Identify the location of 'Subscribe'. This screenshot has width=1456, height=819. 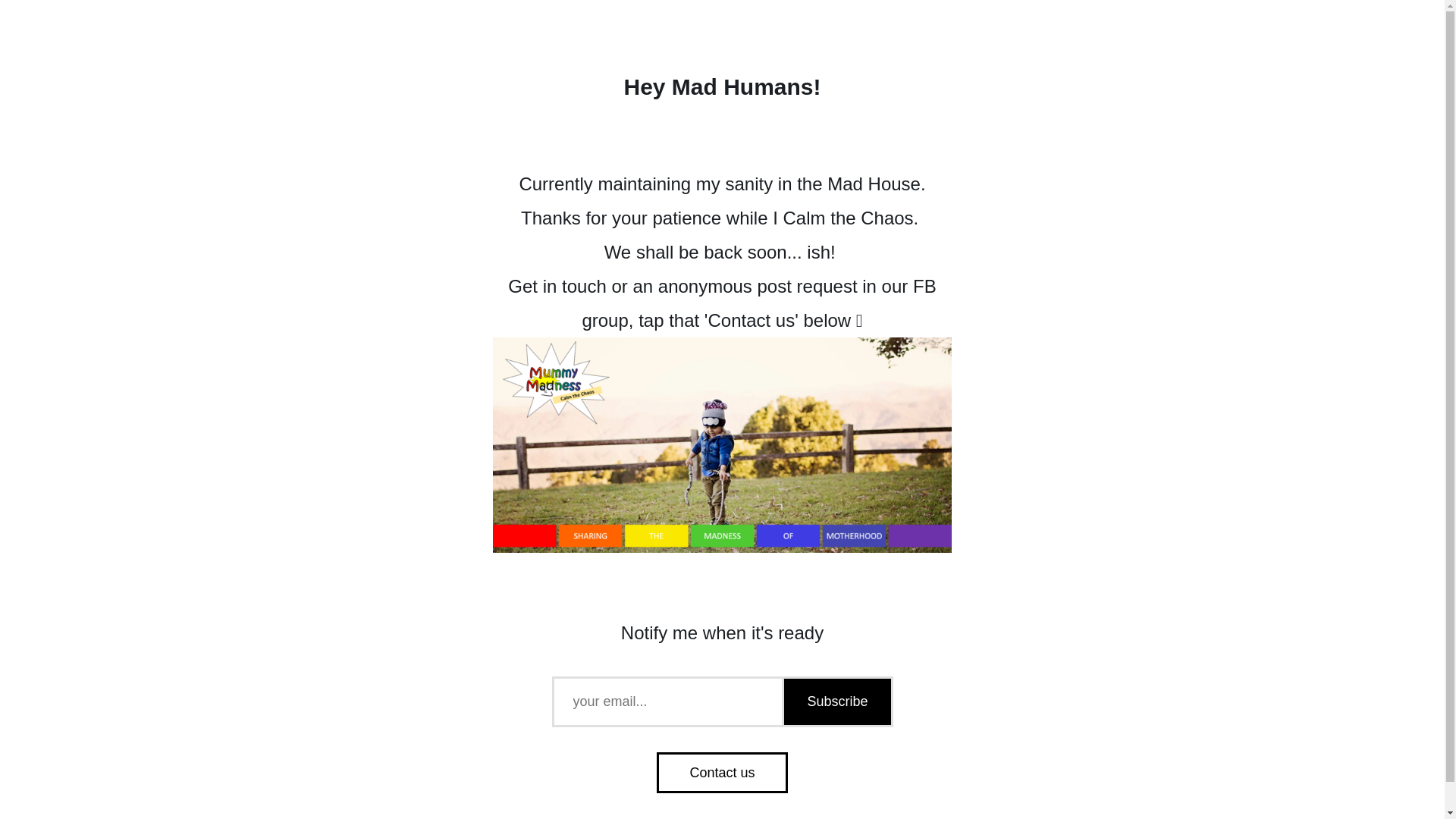
(782, 701).